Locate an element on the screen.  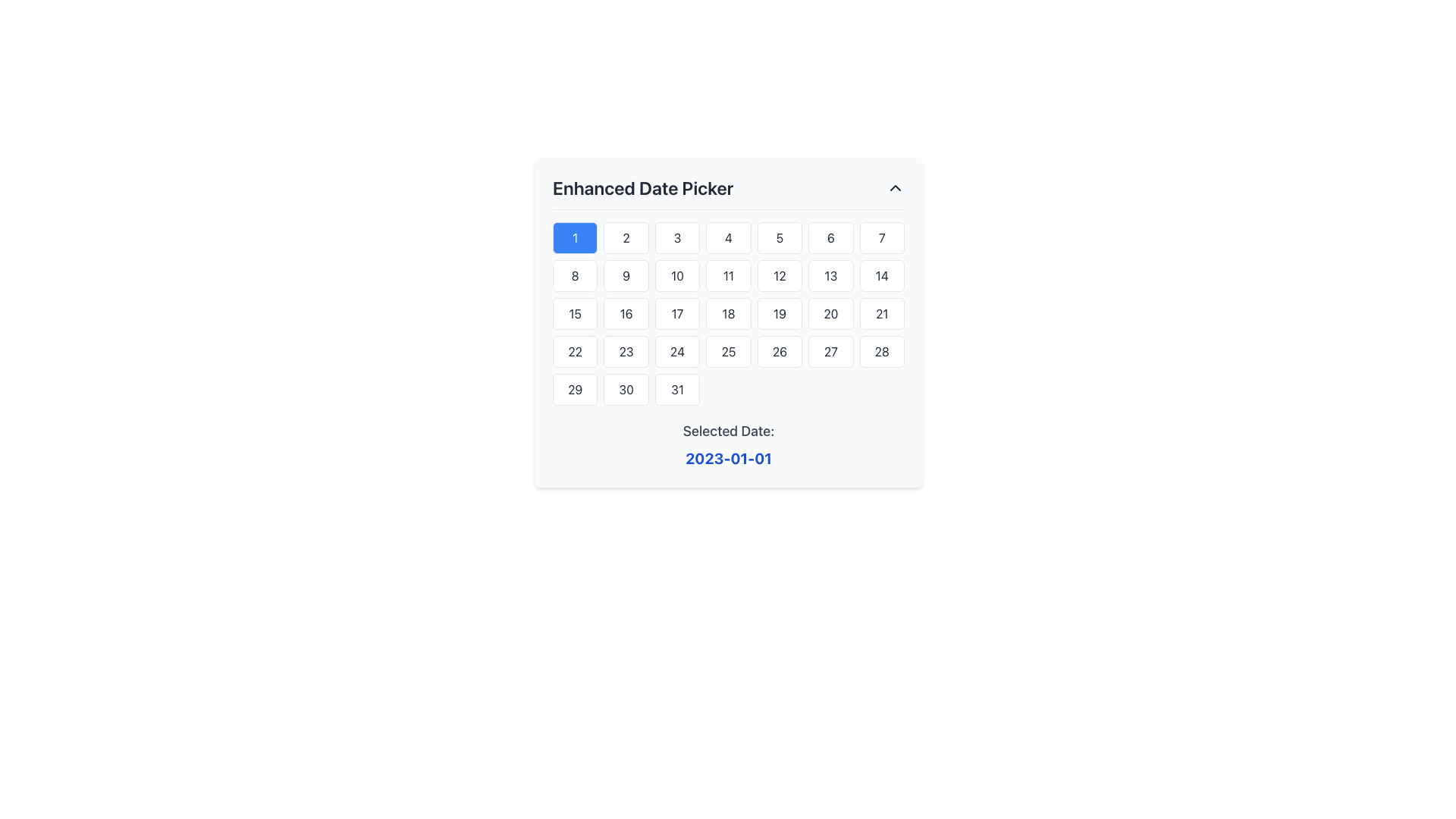
the selectable date button for '21' in the calendar-style grid is located at coordinates (882, 312).